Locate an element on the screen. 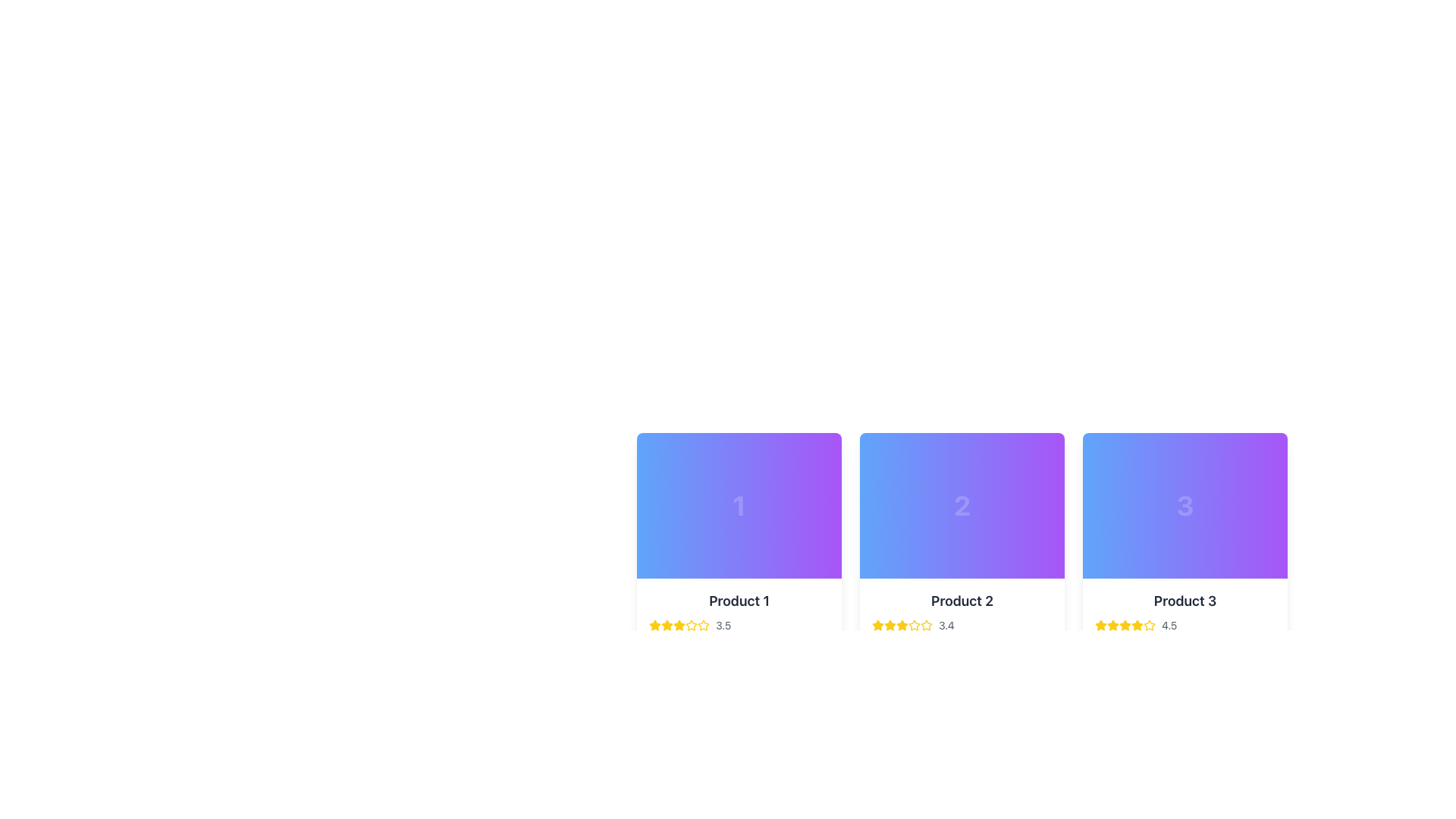 The width and height of the screenshot is (1456, 819). text content of the Text label that presents the product title, located at the bottom of the first product card, directly below the number '1' and above the '3.5' star rating indicator is located at coordinates (739, 601).